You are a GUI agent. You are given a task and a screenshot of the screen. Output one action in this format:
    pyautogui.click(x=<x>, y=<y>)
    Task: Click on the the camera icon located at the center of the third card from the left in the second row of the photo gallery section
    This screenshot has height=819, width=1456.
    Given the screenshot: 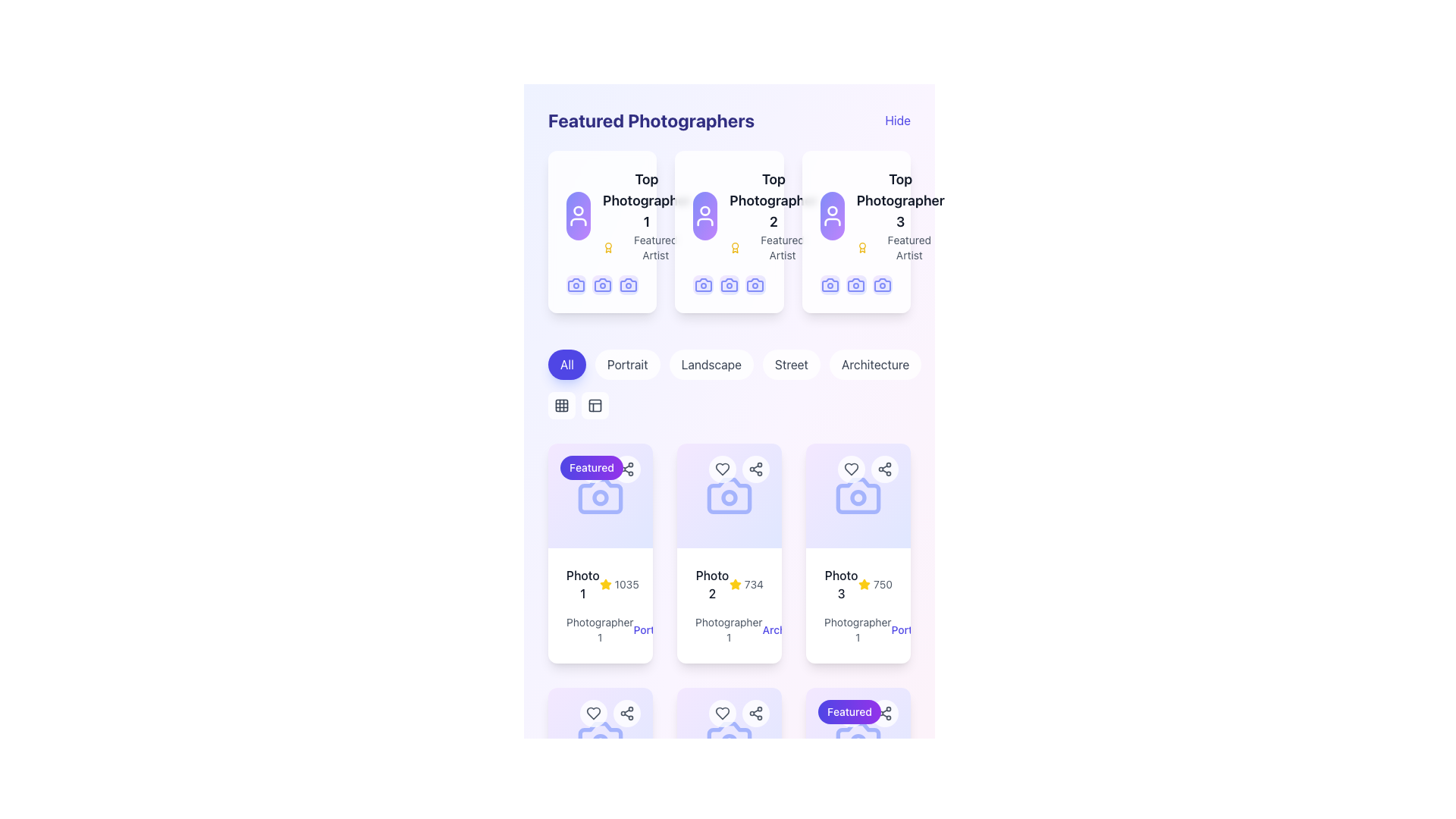 What is the action you would take?
    pyautogui.click(x=858, y=496)
    